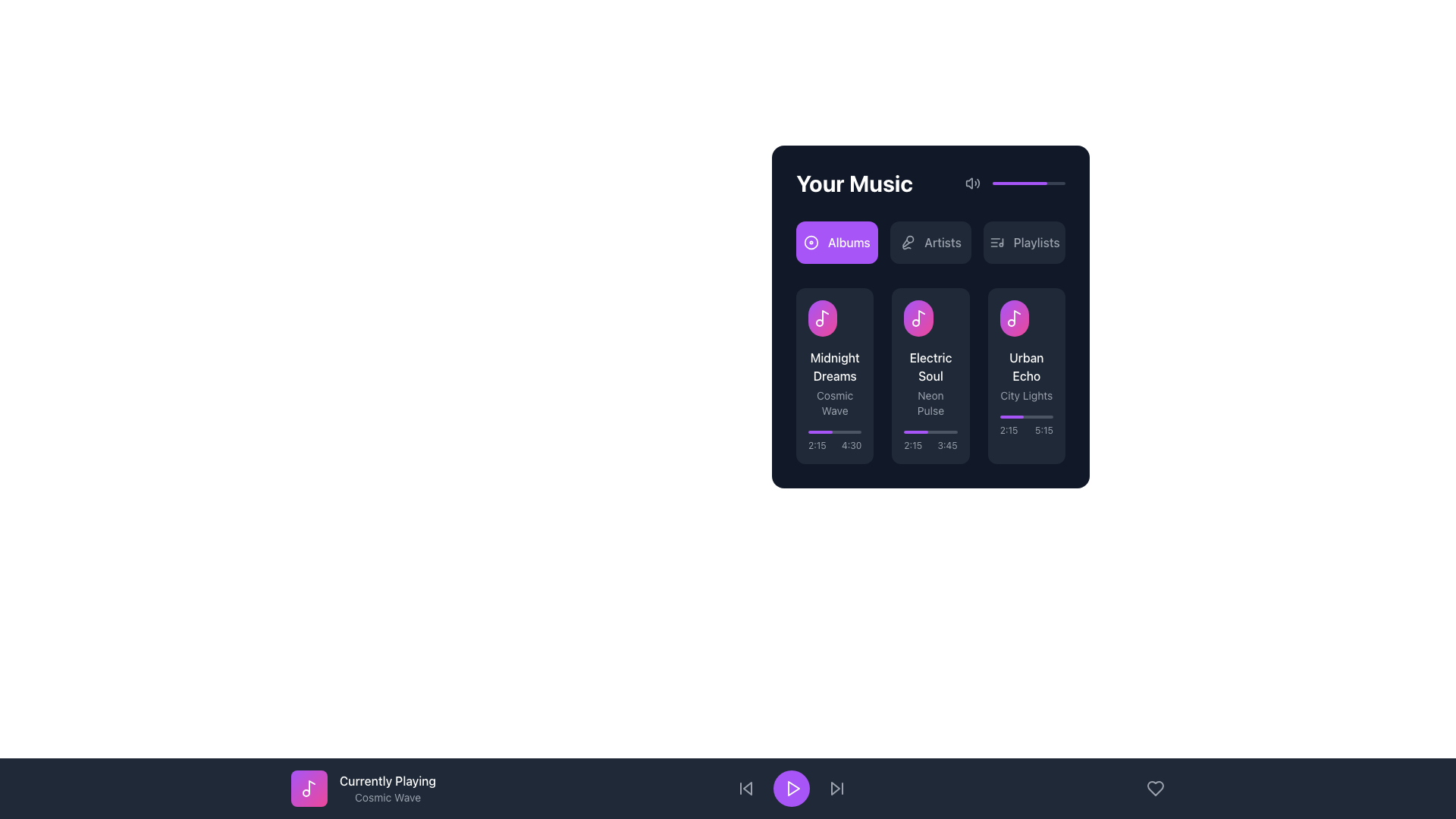 This screenshot has width=1456, height=819. I want to click on the 'Artists' button which contains the icon representing the 'Artists' function, located in the second column of the navigation section, so click(908, 242).